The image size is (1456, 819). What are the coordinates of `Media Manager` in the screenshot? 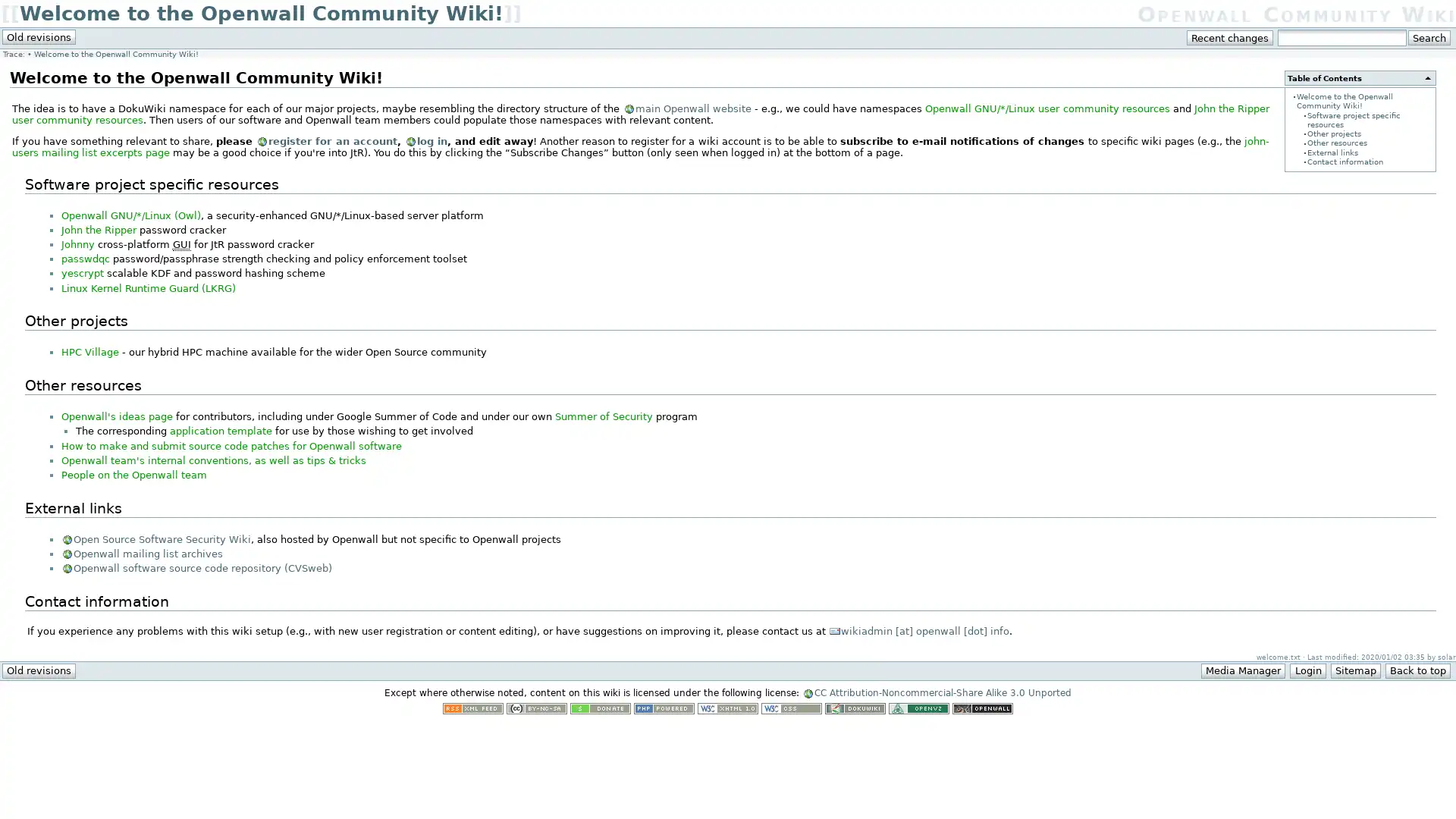 It's located at (1243, 670).